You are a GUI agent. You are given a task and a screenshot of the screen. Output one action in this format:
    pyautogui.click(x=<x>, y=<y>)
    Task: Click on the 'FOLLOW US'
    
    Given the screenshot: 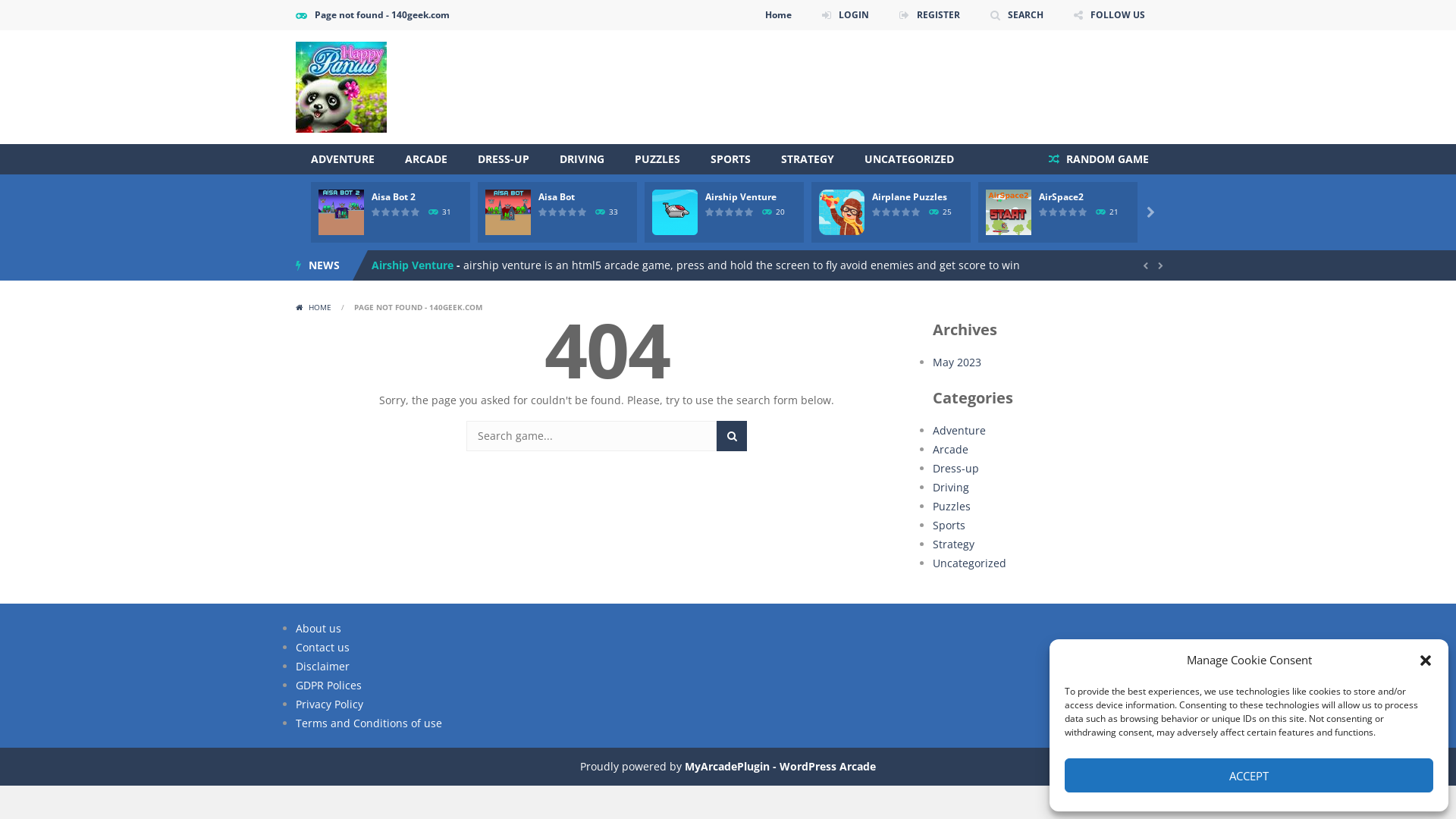 What is the action you would take?
    pyautogui.click(x=1109, y=14)
    